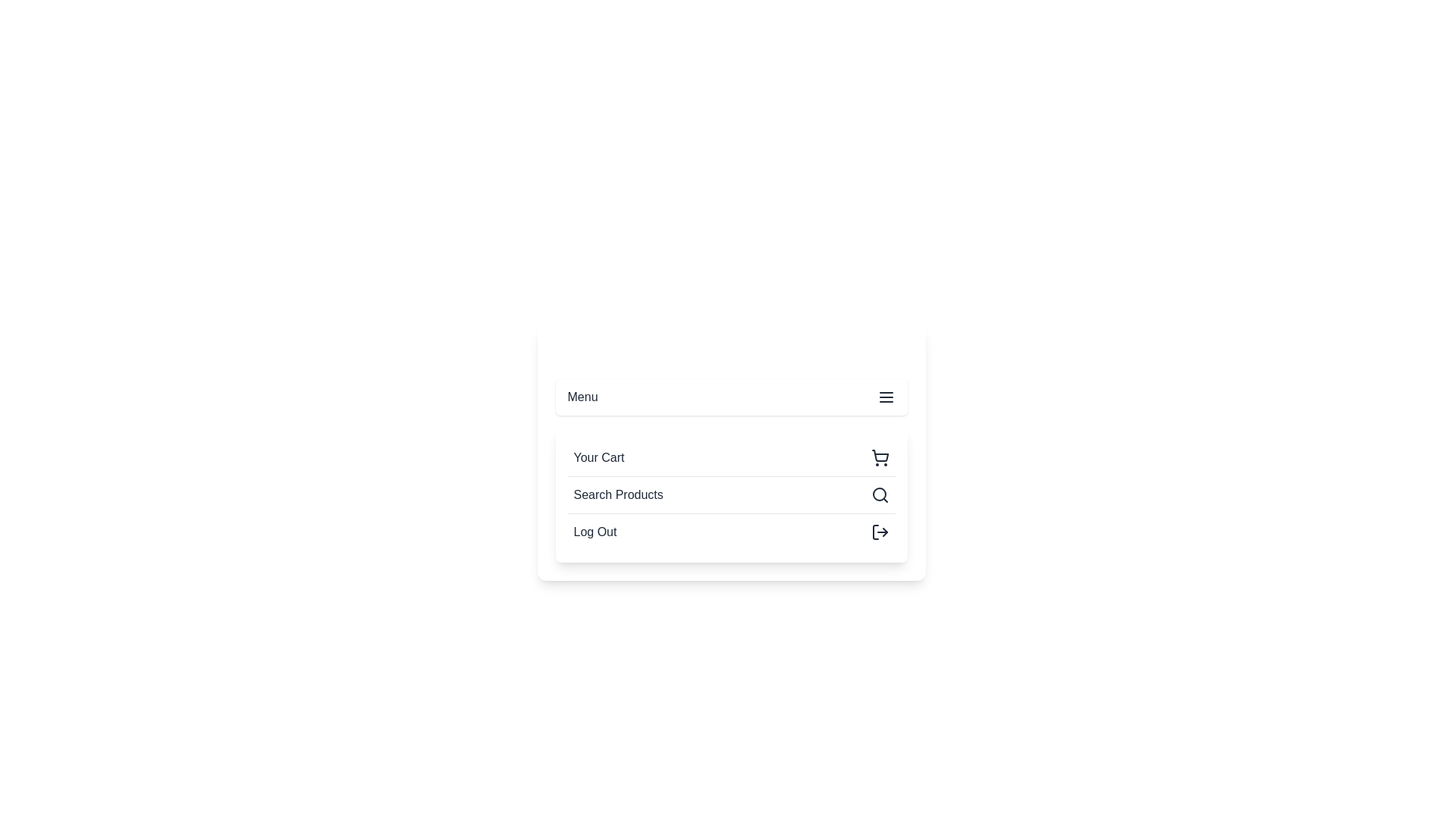 This screenshot has height=819, width=1456. I want to click on the clickable list item labeled 'Your Cart' in the drop-down menu to trigger hover effects, so click(731, 452).